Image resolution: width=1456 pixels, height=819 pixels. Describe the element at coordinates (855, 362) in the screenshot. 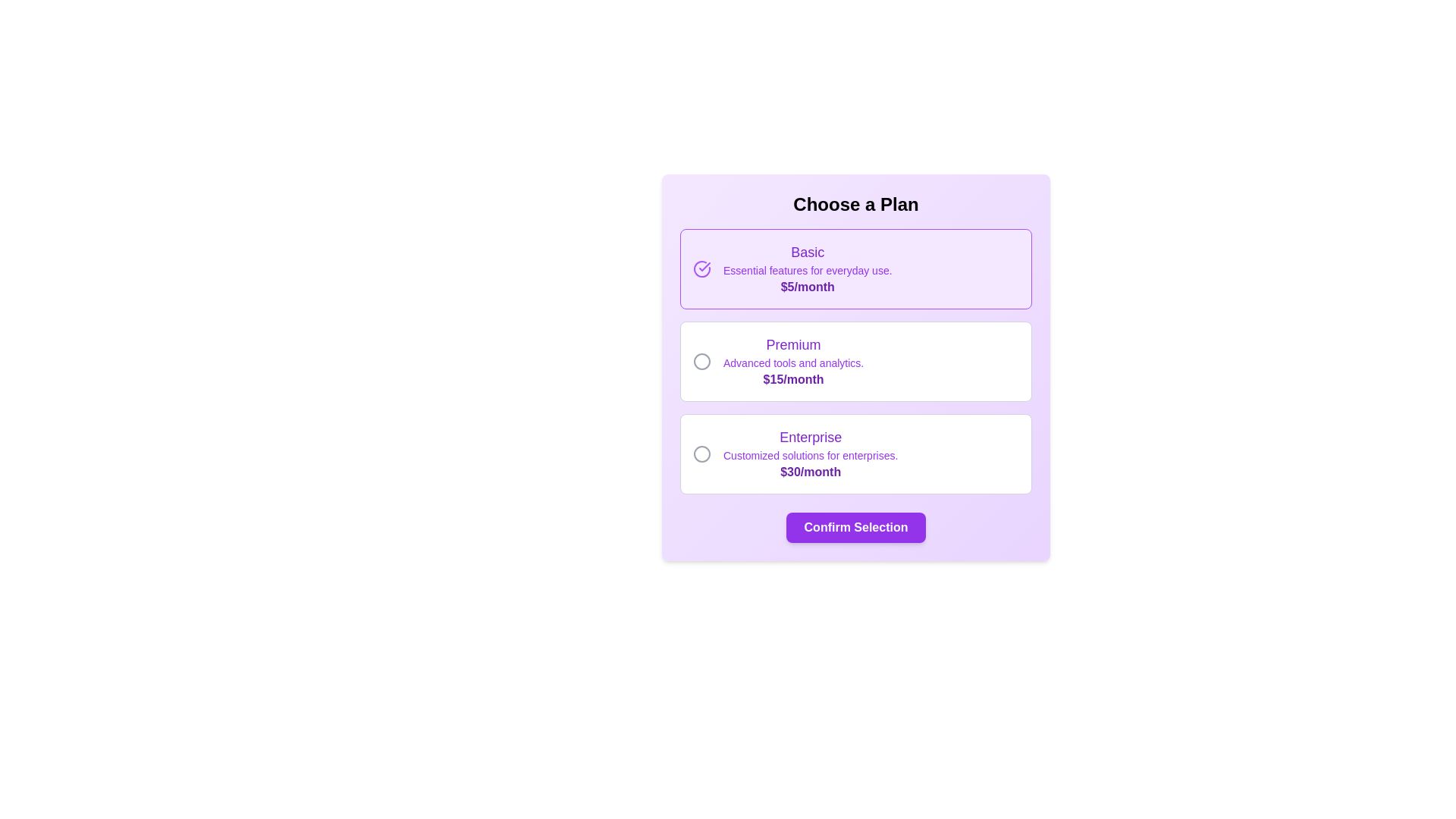

I see `the second item in the subscription plan selection list` at that location.